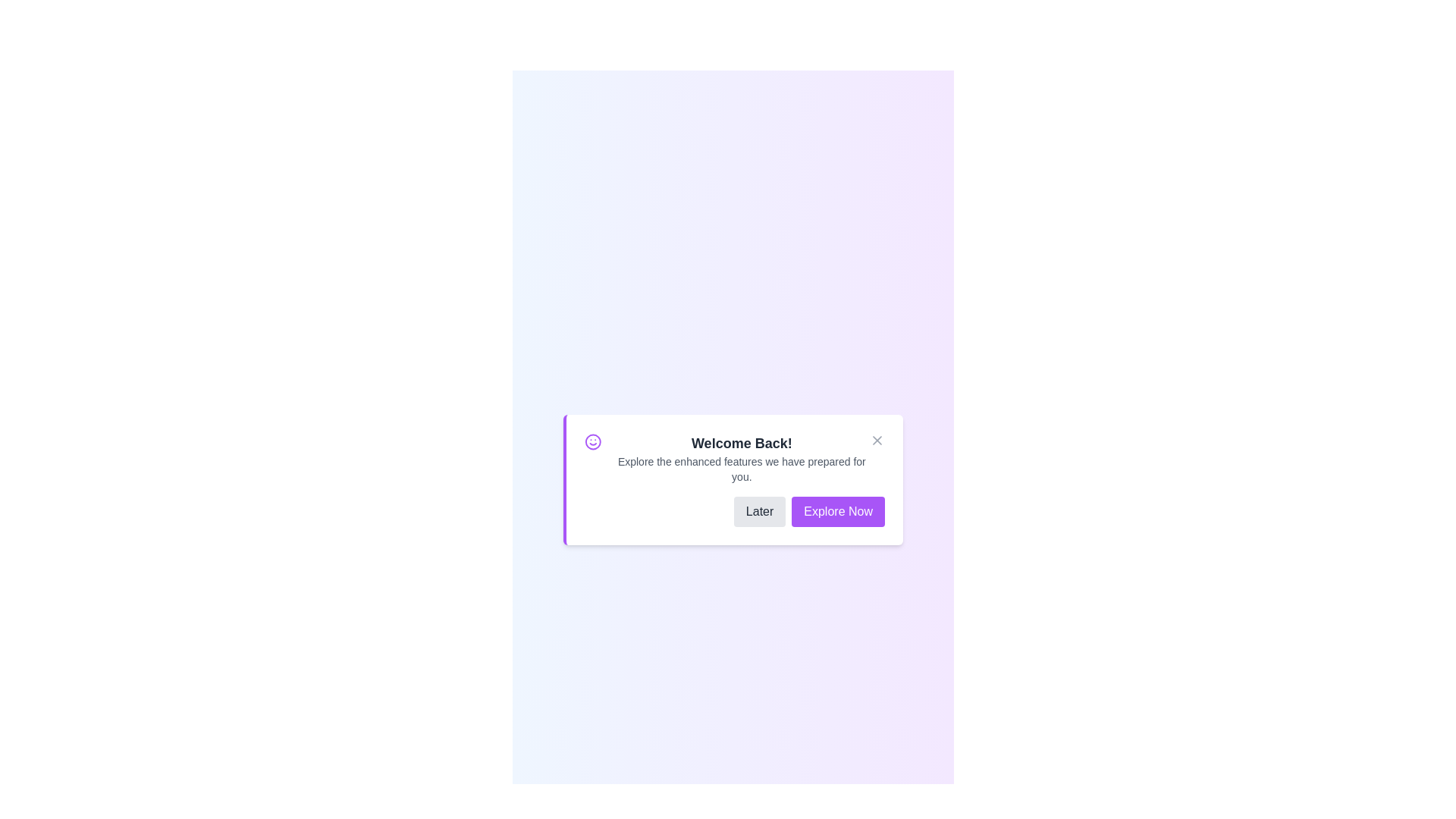 This screenshot has height=819, width=1456. What do you see at coordinates (837, 512) in the screenshot?
I see `'Explore Now' button to proceed` at bounding box center [837, 512].